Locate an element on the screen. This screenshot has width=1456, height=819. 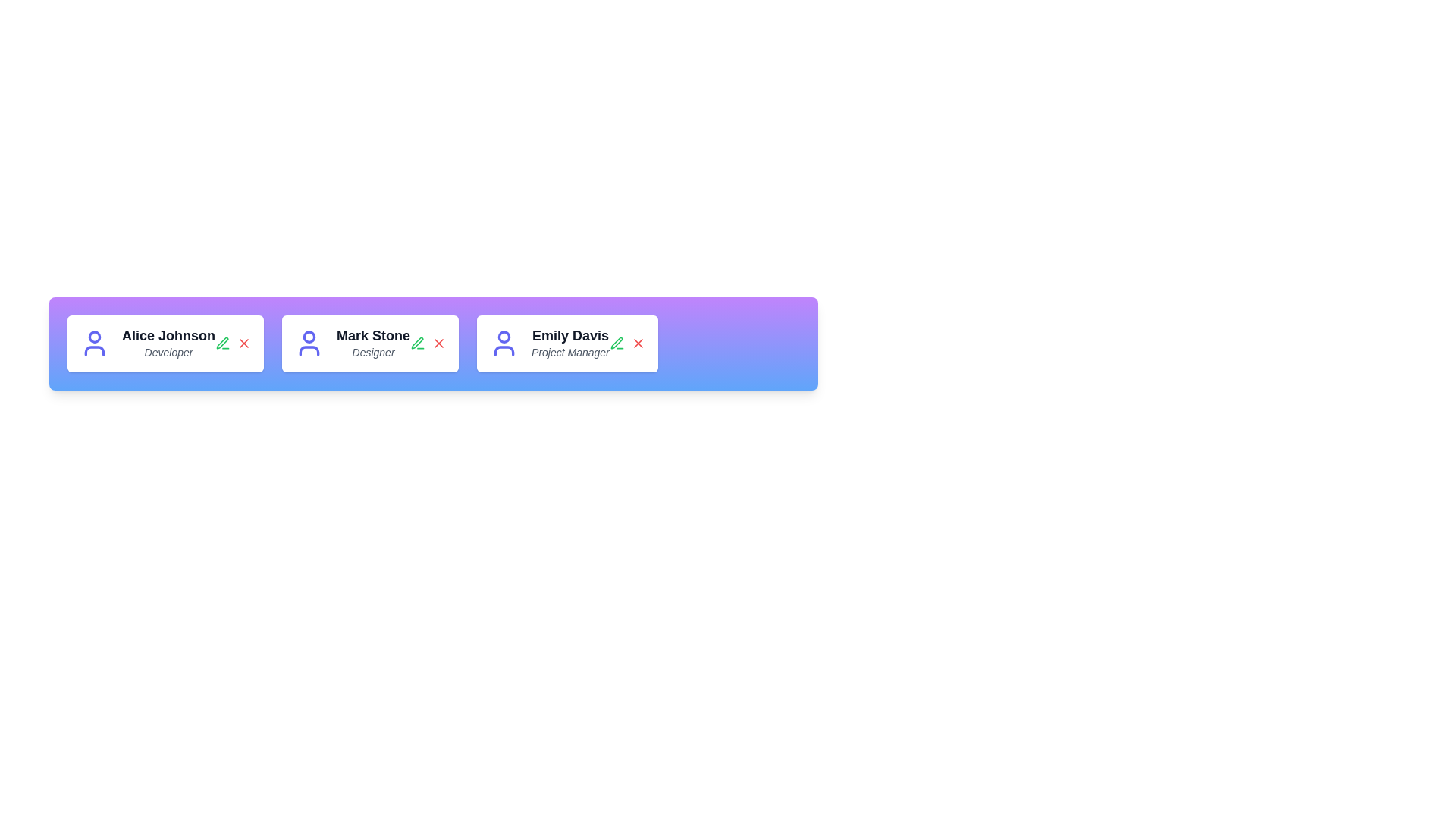
edit icon for the profile card of Mark Stone is located at coordinates (418, 344).